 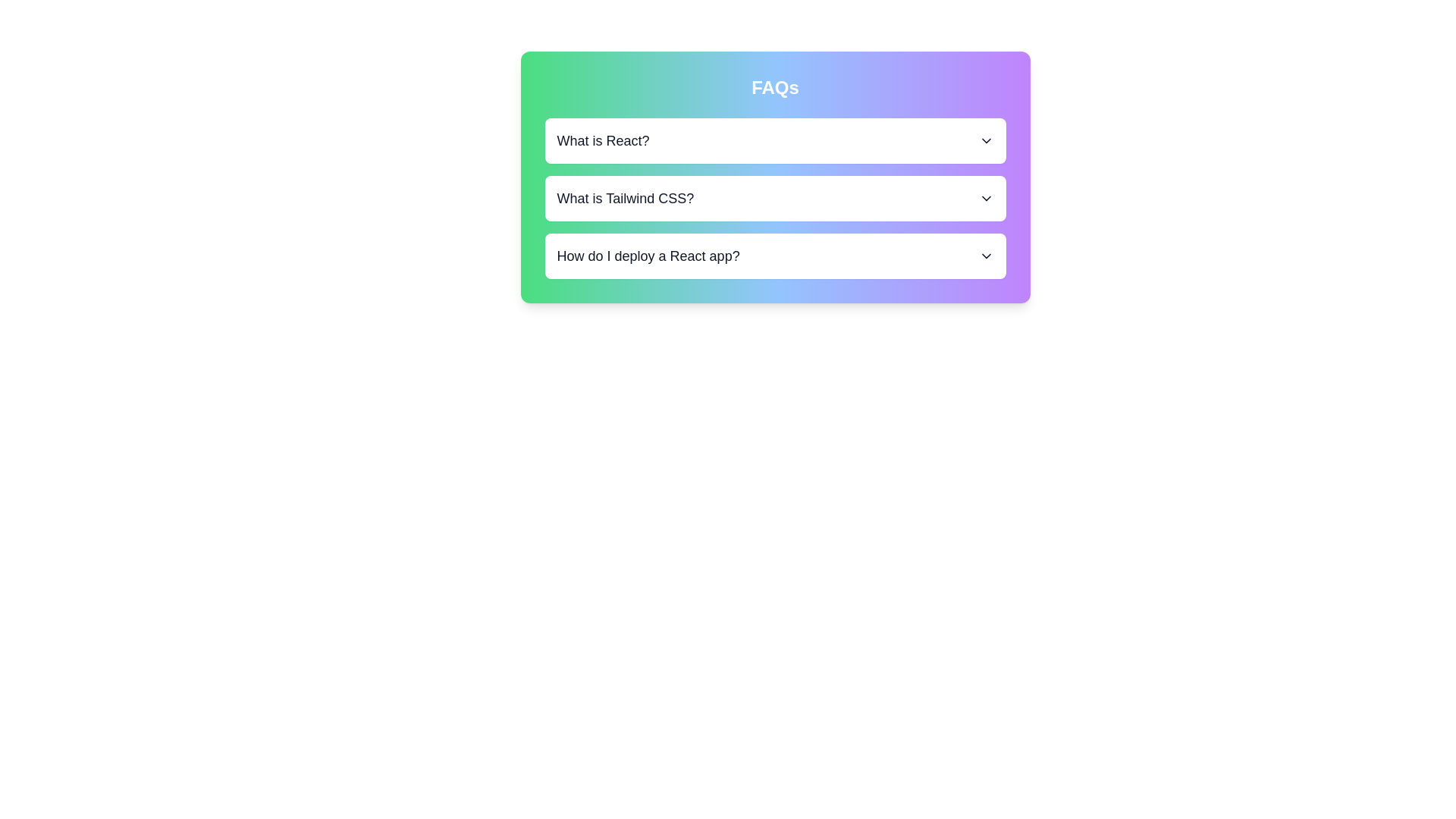 What do you see at coordinates (775, 140) in the screenshot?
I see `the first Collapsible list item labeled 'What is React?' in the FAQs section by moving the mouse to its center point` at bounding box center [775, 140].